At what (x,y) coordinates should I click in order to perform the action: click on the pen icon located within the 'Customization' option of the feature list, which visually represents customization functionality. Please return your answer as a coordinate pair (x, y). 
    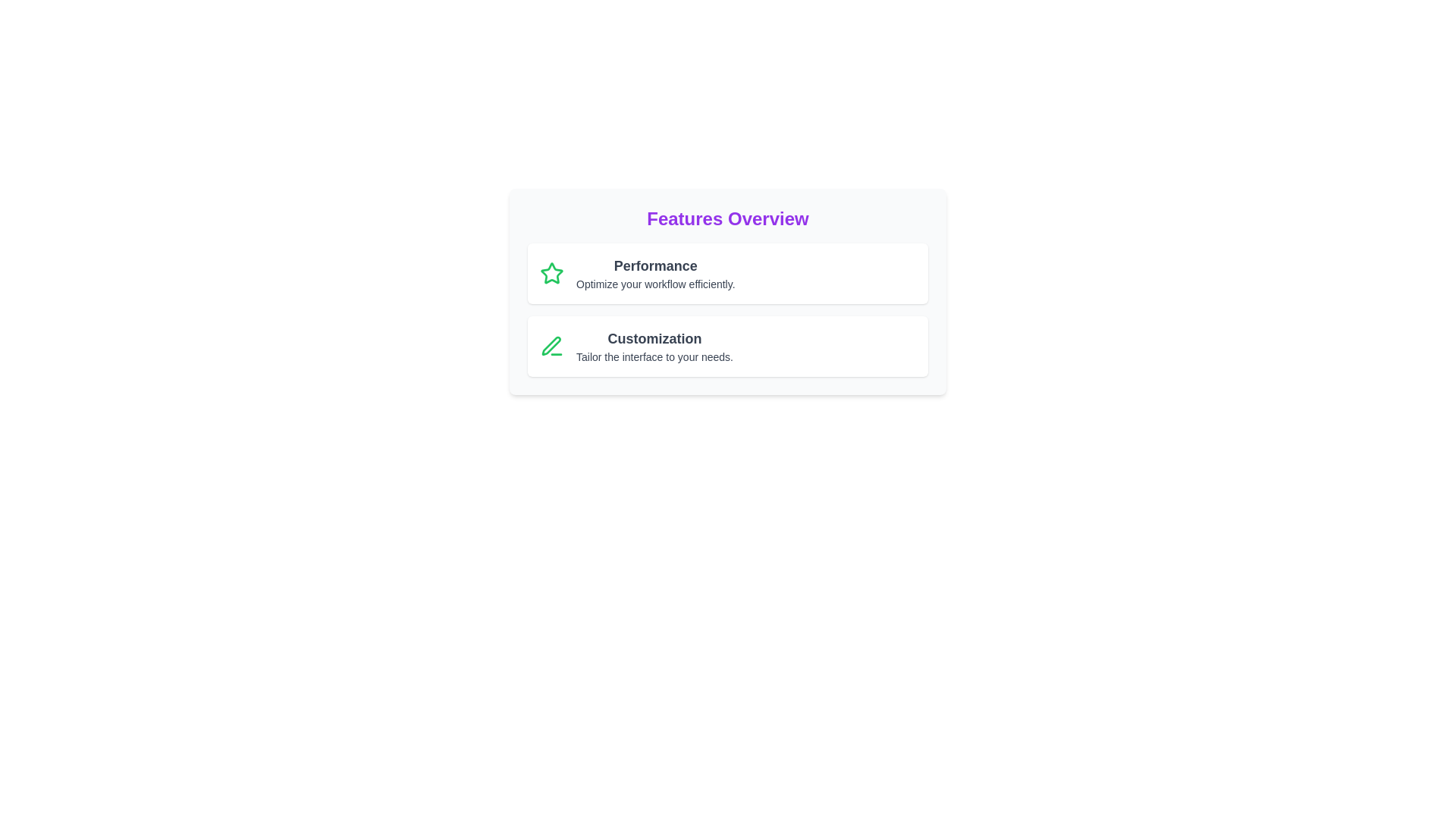
    Looking at the image, I should click on (551, 346).